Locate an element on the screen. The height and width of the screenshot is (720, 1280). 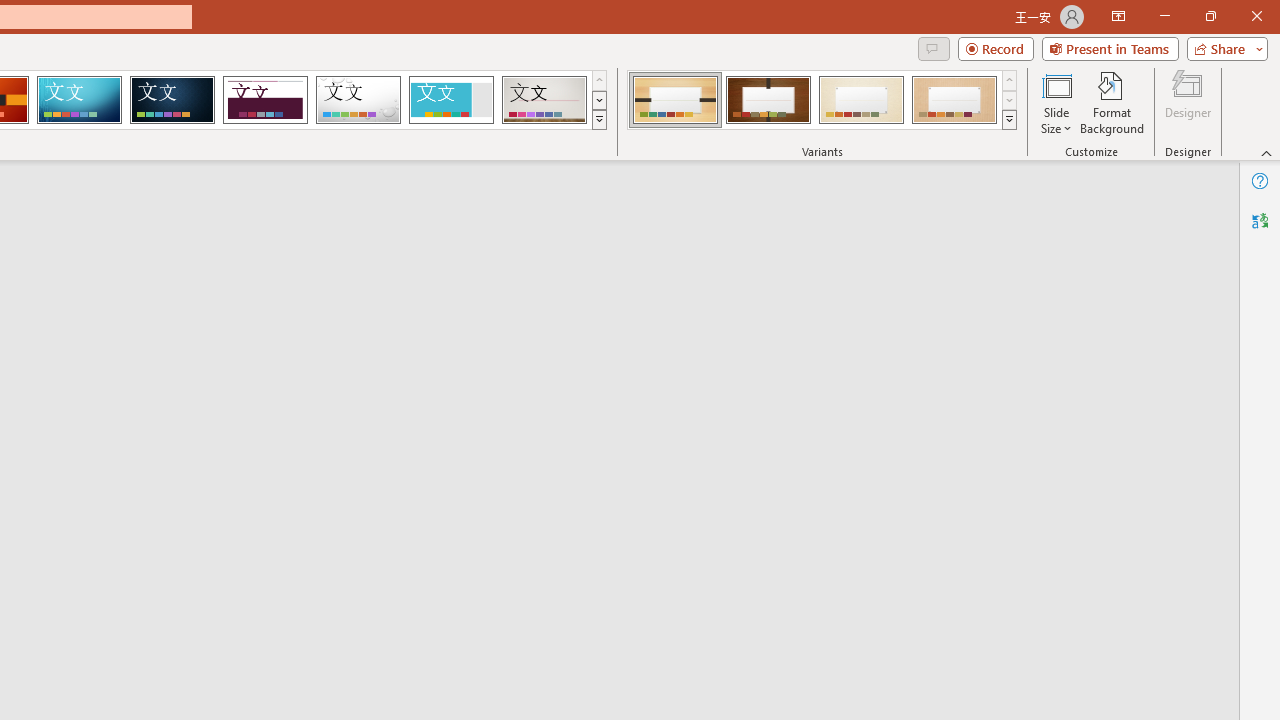
'Dividend' is located at coordinates (264, 100).